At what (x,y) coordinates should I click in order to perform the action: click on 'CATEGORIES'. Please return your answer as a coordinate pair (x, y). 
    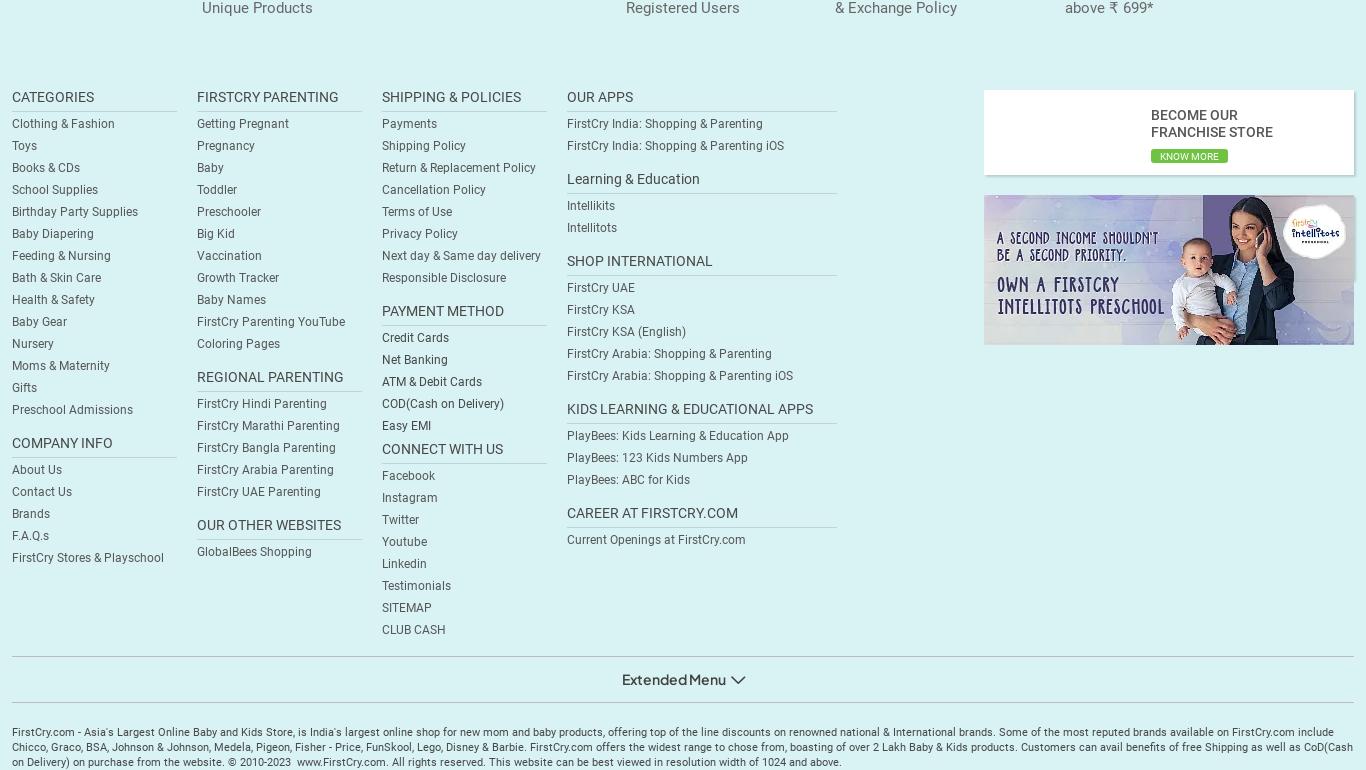
    Looking at the image, I should click on (53, 96).